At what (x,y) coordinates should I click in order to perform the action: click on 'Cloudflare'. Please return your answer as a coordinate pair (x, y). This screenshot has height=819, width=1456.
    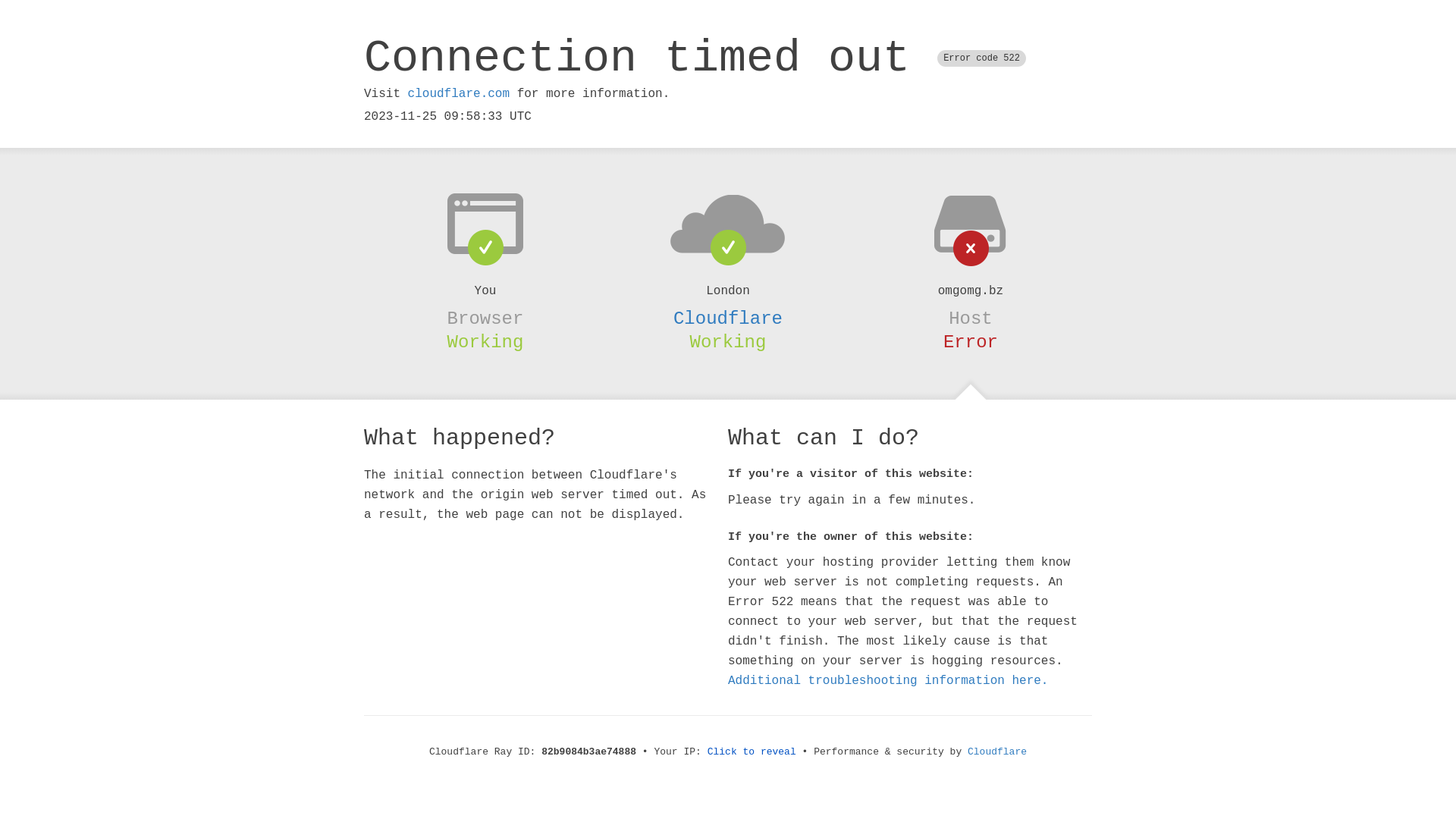
    Looking at the image, I should click on (997, 752).